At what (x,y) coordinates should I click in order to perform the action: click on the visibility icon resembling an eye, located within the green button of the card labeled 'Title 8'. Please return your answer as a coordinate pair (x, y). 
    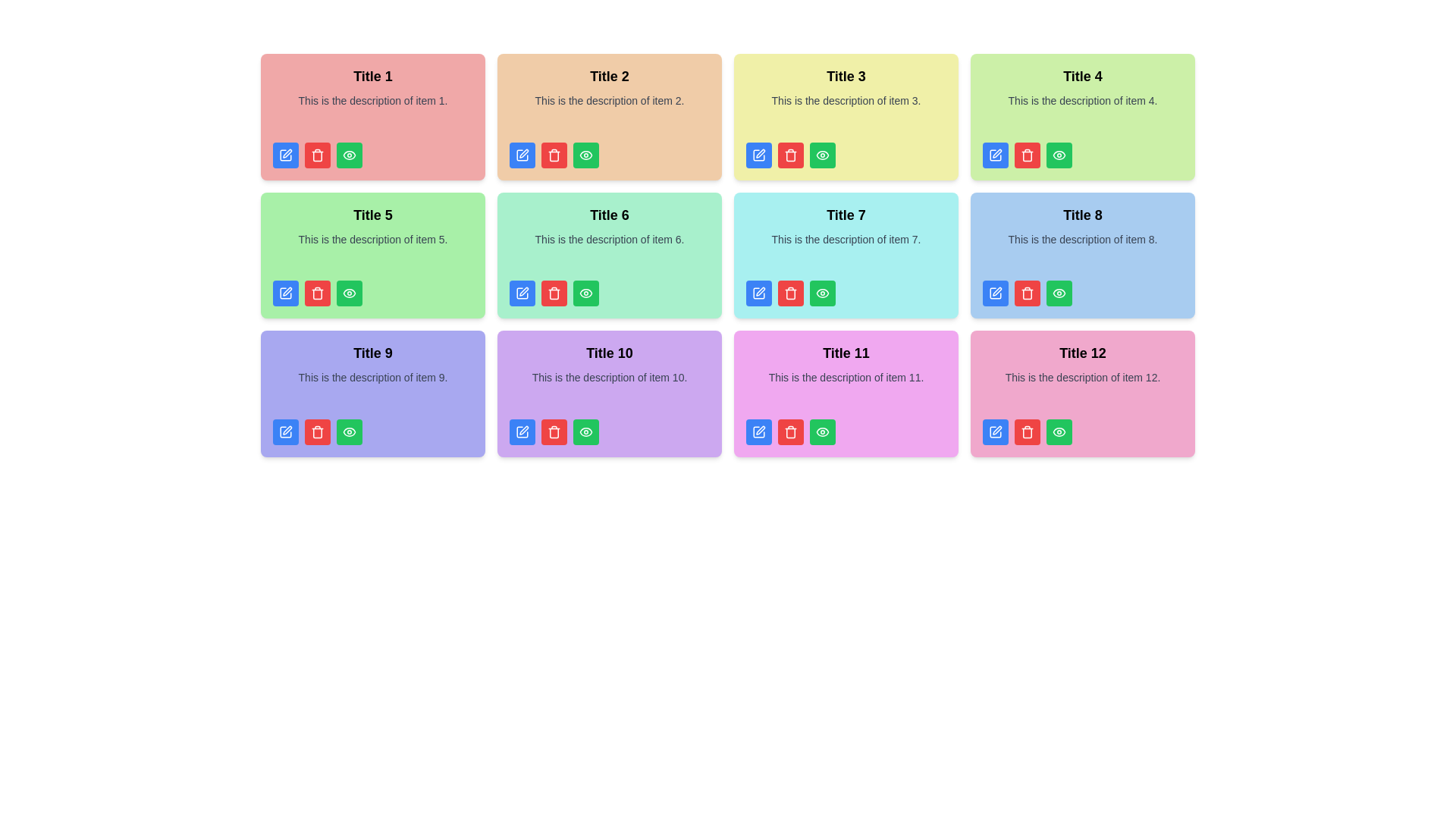
    Looking at the image, I should click on (1058, 293).